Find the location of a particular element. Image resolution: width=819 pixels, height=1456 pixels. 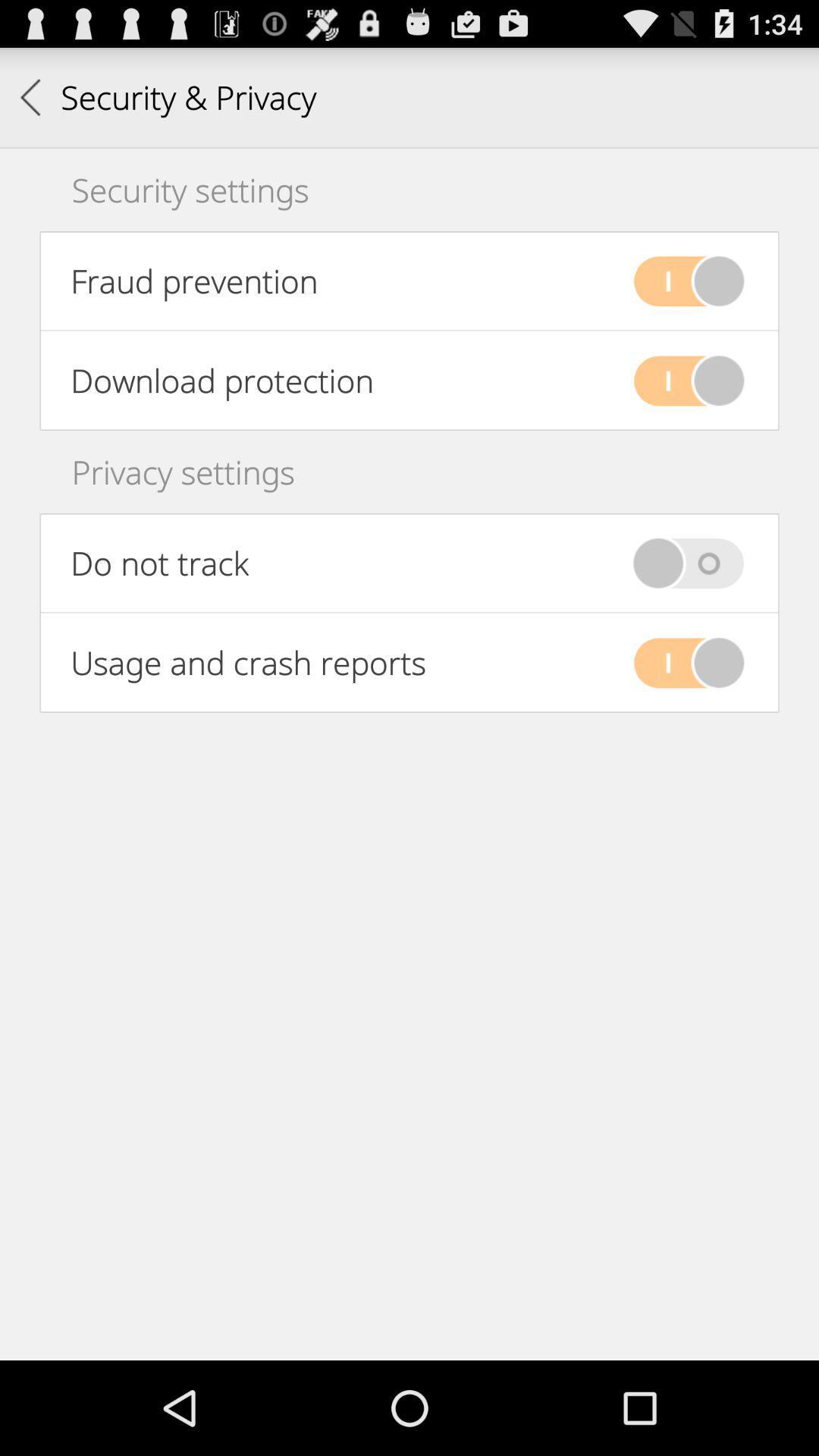

the security & privacy icon is located at coordinates (168, 96).